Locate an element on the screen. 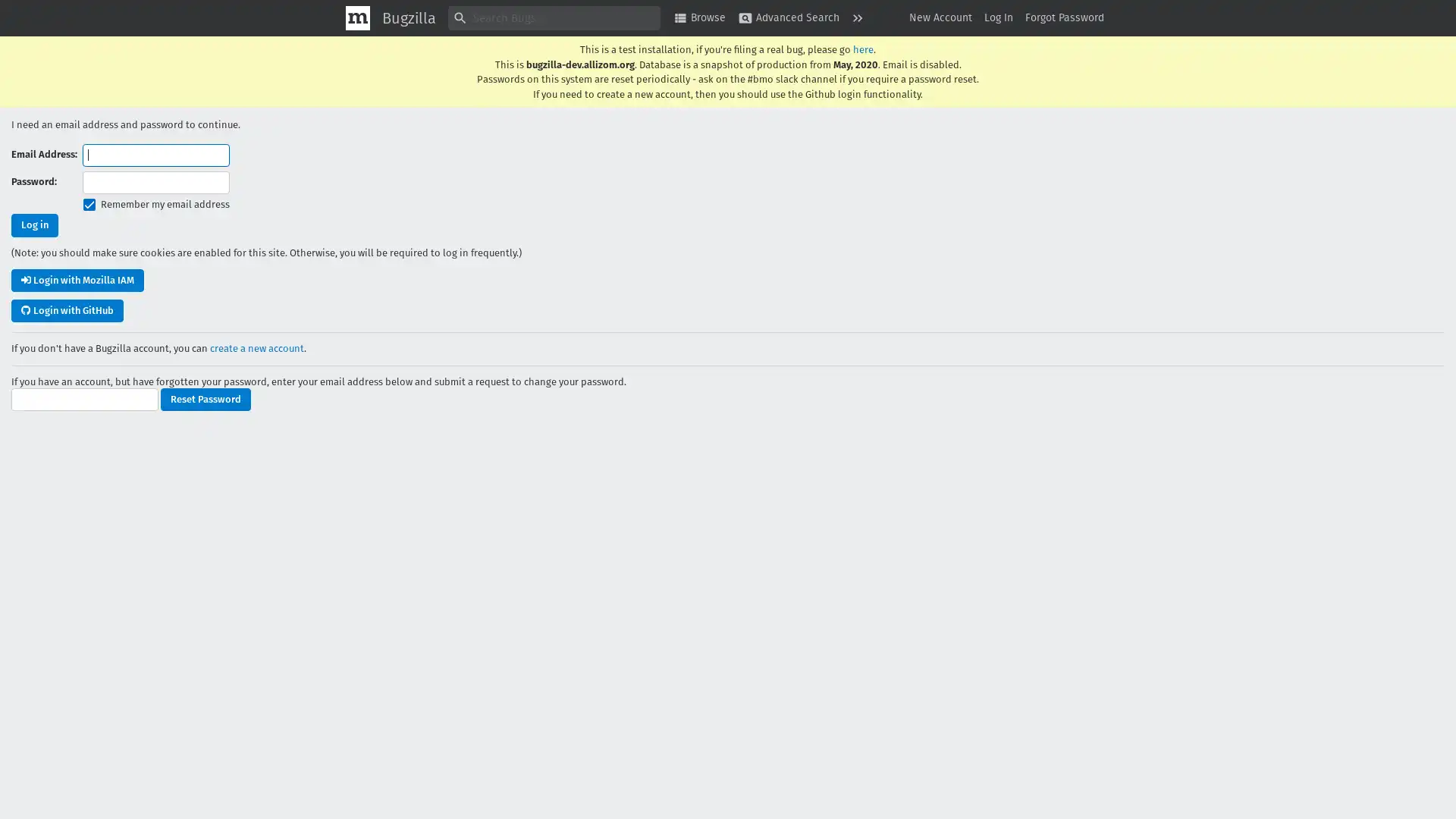  Reset Password is located at coordinates (205, 398).